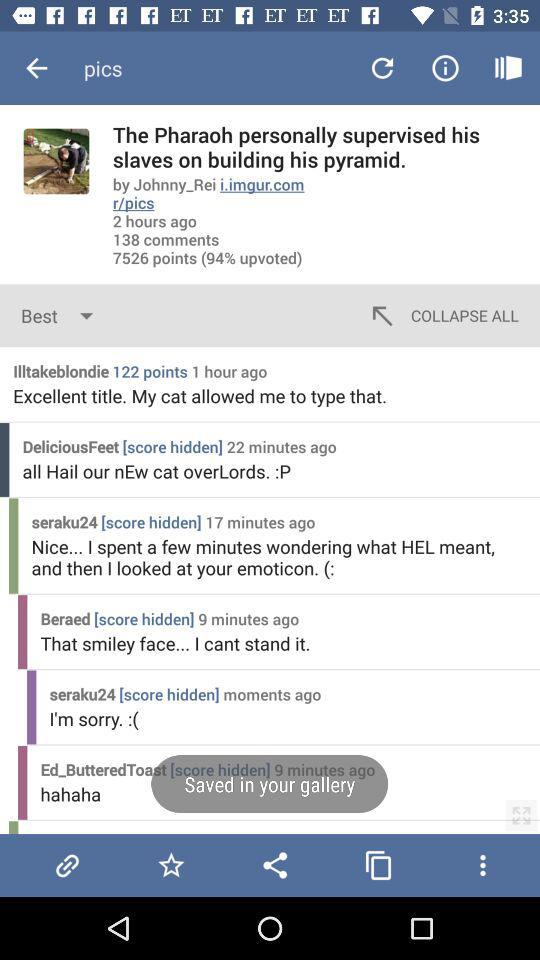  Describe the element at coordinates (67, 864) in the screenshot. I see `garry` at that location.